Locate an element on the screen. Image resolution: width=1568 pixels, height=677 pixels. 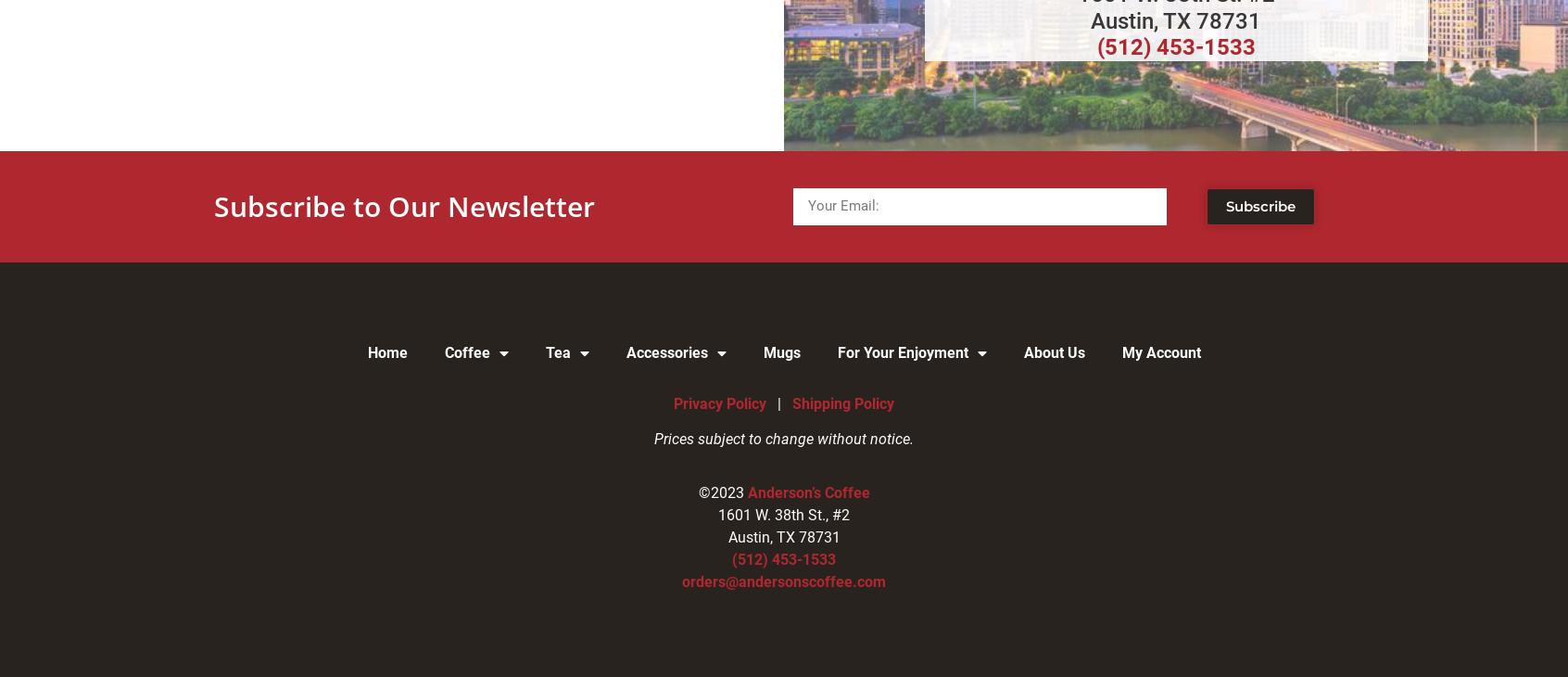
'My Account' is located at coordinates (1160, 351).